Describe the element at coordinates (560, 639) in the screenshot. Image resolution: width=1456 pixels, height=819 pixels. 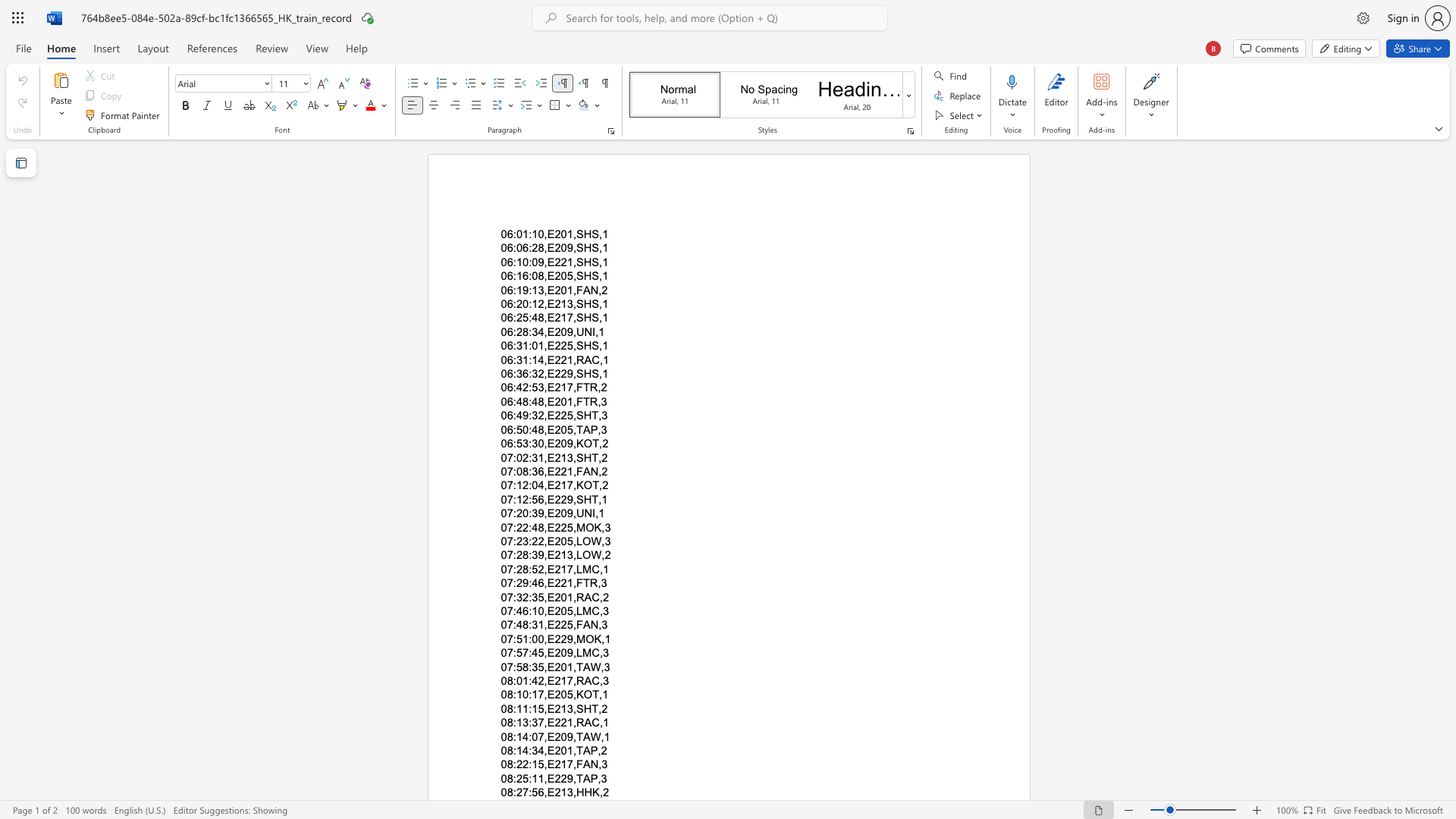
I see `the space between the continuous character "2" and "2" in the text` at that location.